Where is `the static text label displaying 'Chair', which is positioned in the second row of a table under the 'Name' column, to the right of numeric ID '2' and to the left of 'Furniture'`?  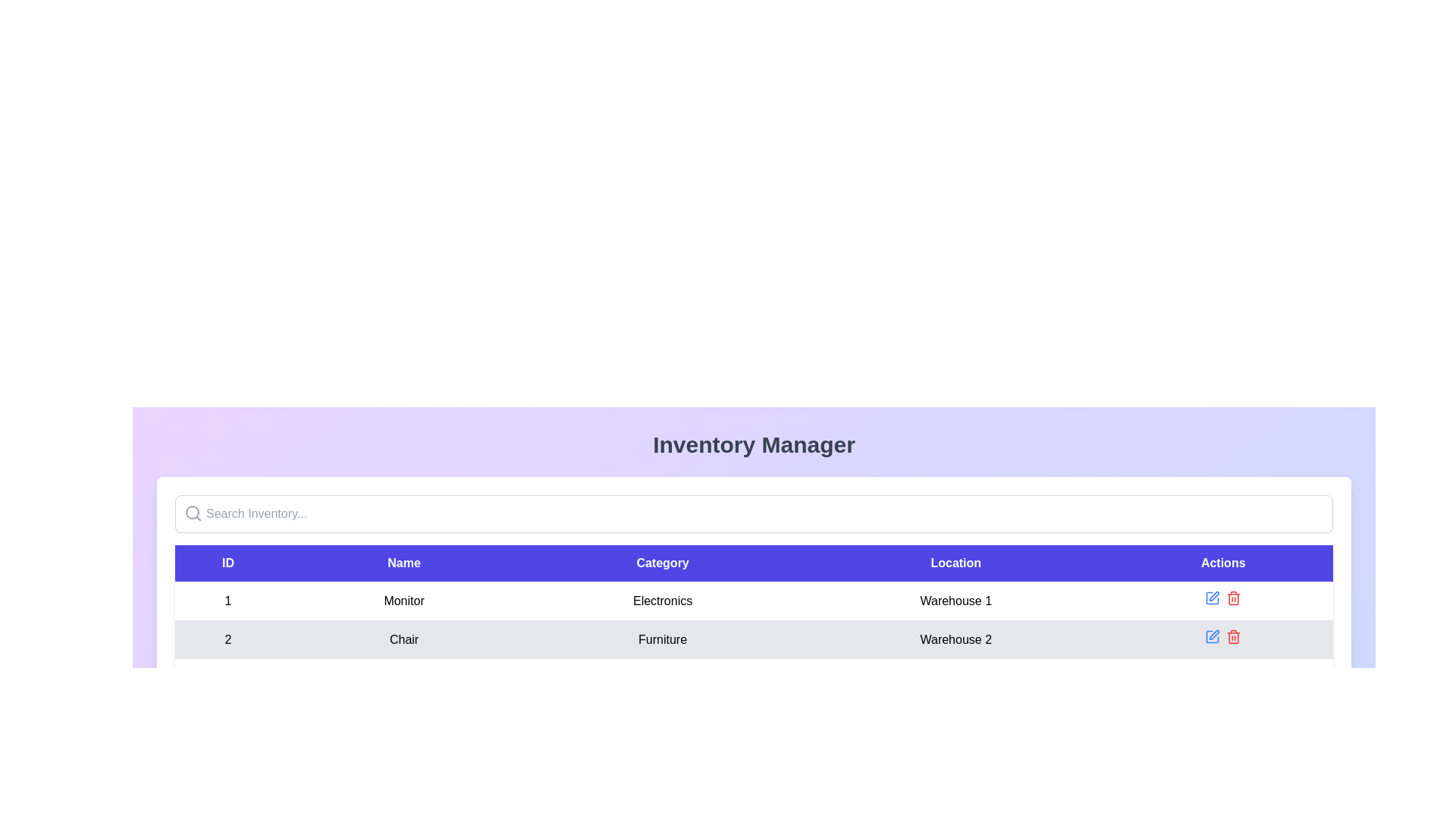
the static text label displaying 'Chair', which is positioned in the second row of a table under the 'Name' column, to the right of numeric ID '2' and to the left of 'Furniture' is located at coordinates (403, 639).